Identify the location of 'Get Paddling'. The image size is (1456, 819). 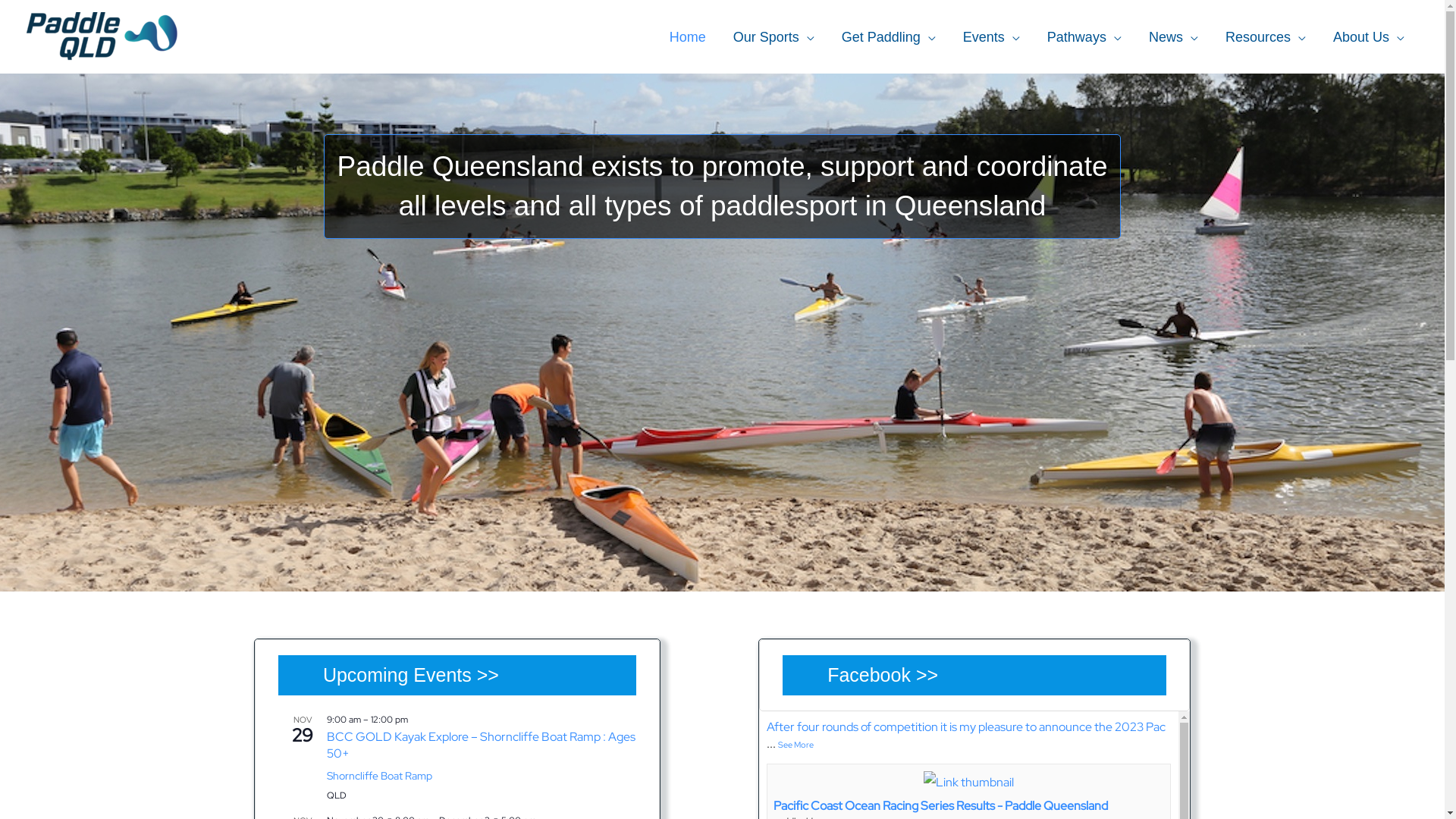
(888, 36).